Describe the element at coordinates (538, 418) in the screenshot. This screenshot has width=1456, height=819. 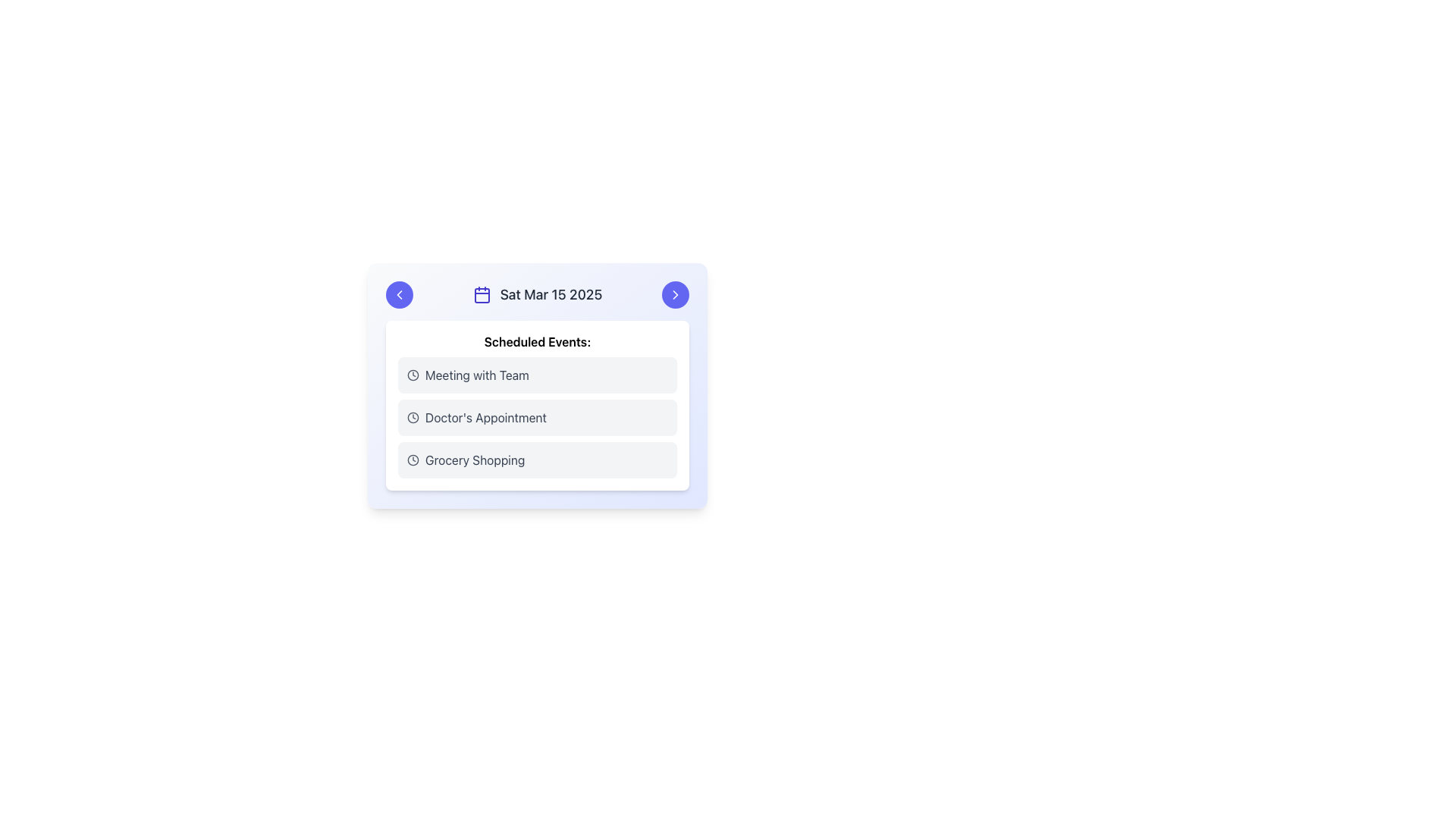
I see `the second list item labeled 'Doctor's Appointment' which contains a clock icon` at that location.